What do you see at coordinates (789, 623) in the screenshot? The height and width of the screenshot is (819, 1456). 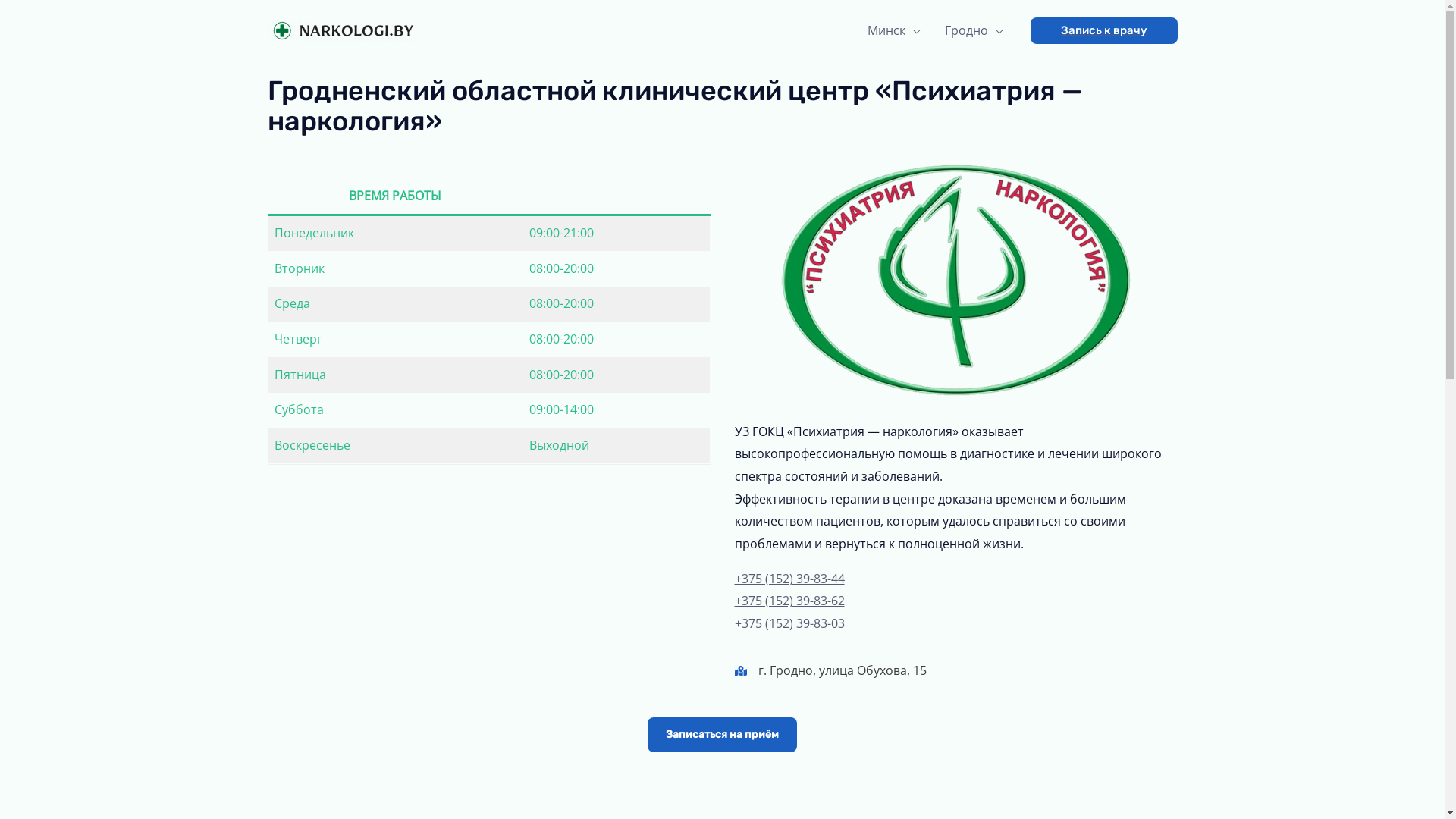 I see `'+375 (152) 39-83-03'` at bounding box center [789, 623].